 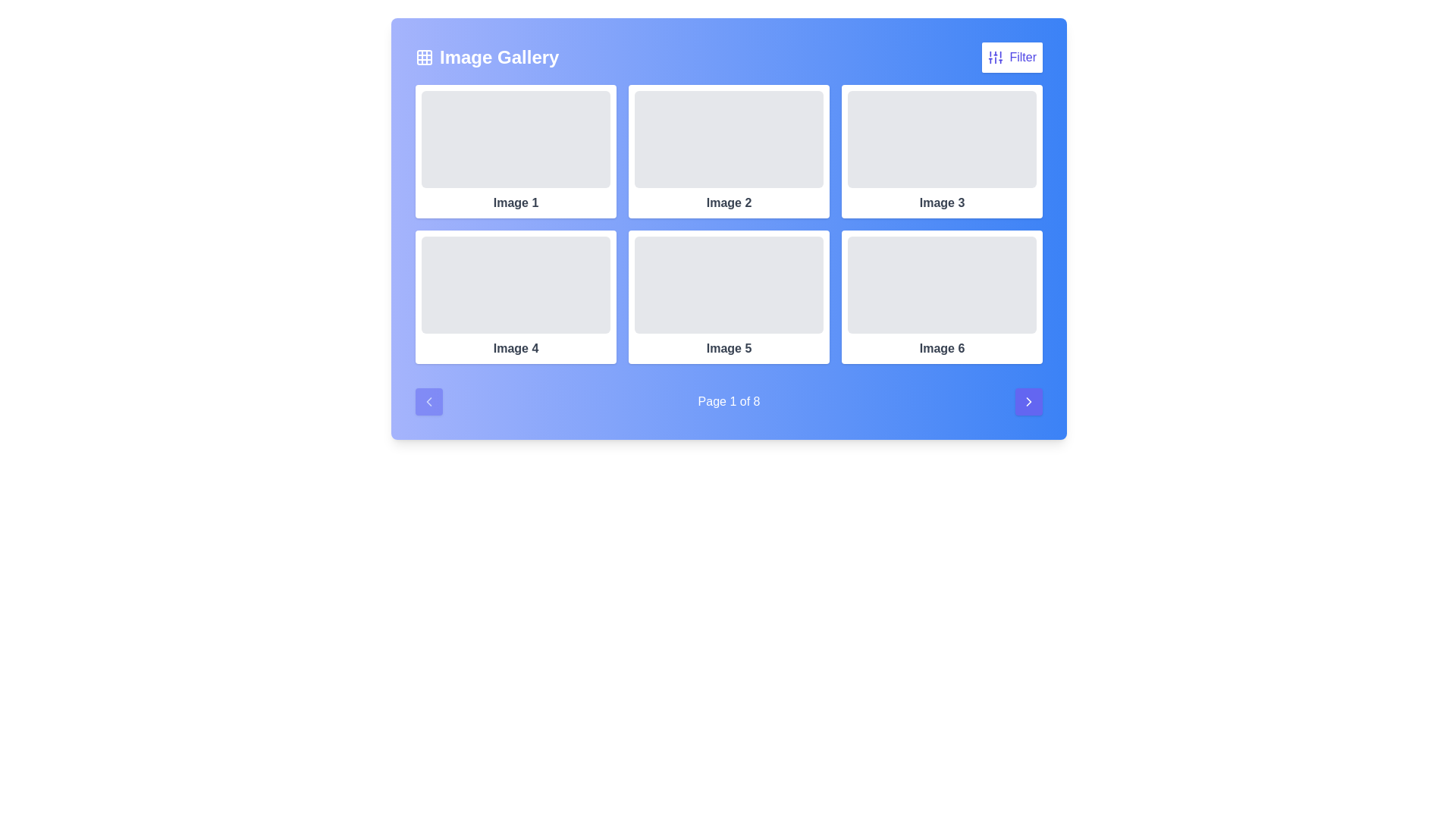 I want to click on the informational text indicating the current pagination status, which shows the user is on page 1 out of 8, so click(x=729, y=400).